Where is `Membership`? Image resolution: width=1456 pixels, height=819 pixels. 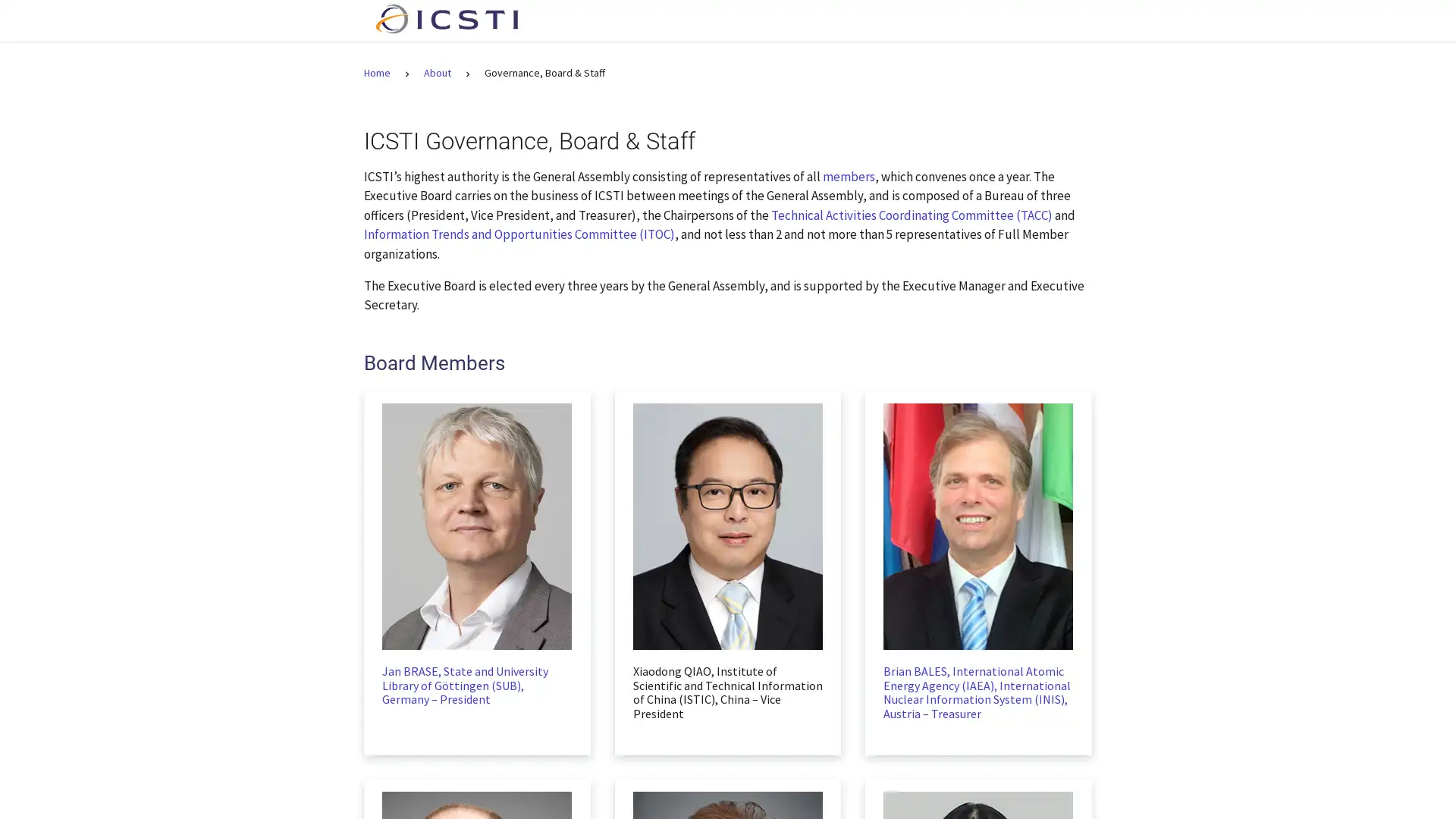
Membership is located at coordinates (991, 20).